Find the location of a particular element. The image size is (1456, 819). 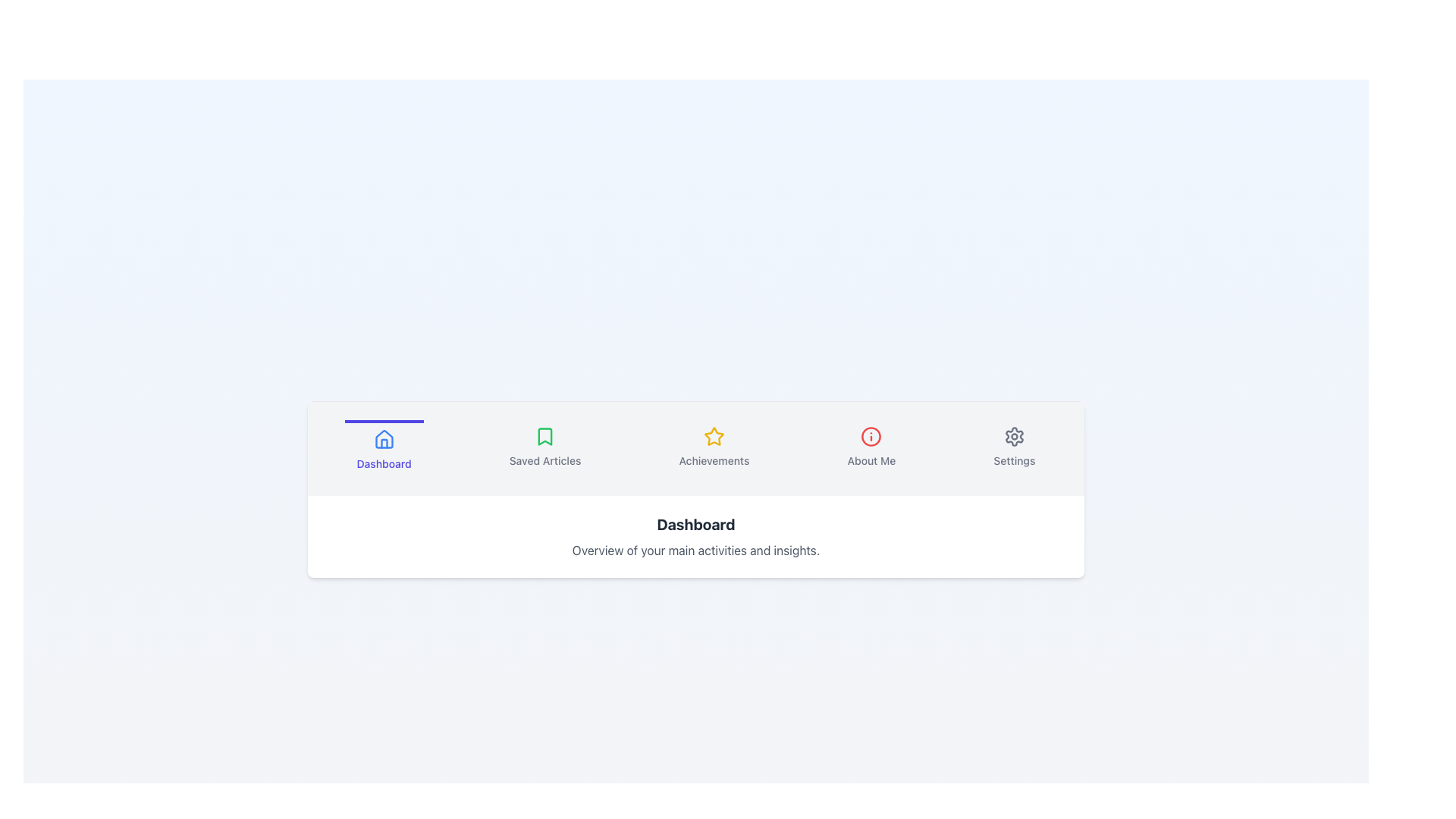

the leftmost button in the horizontal navigation bar to highlight it is located at coordinates (384, 447).